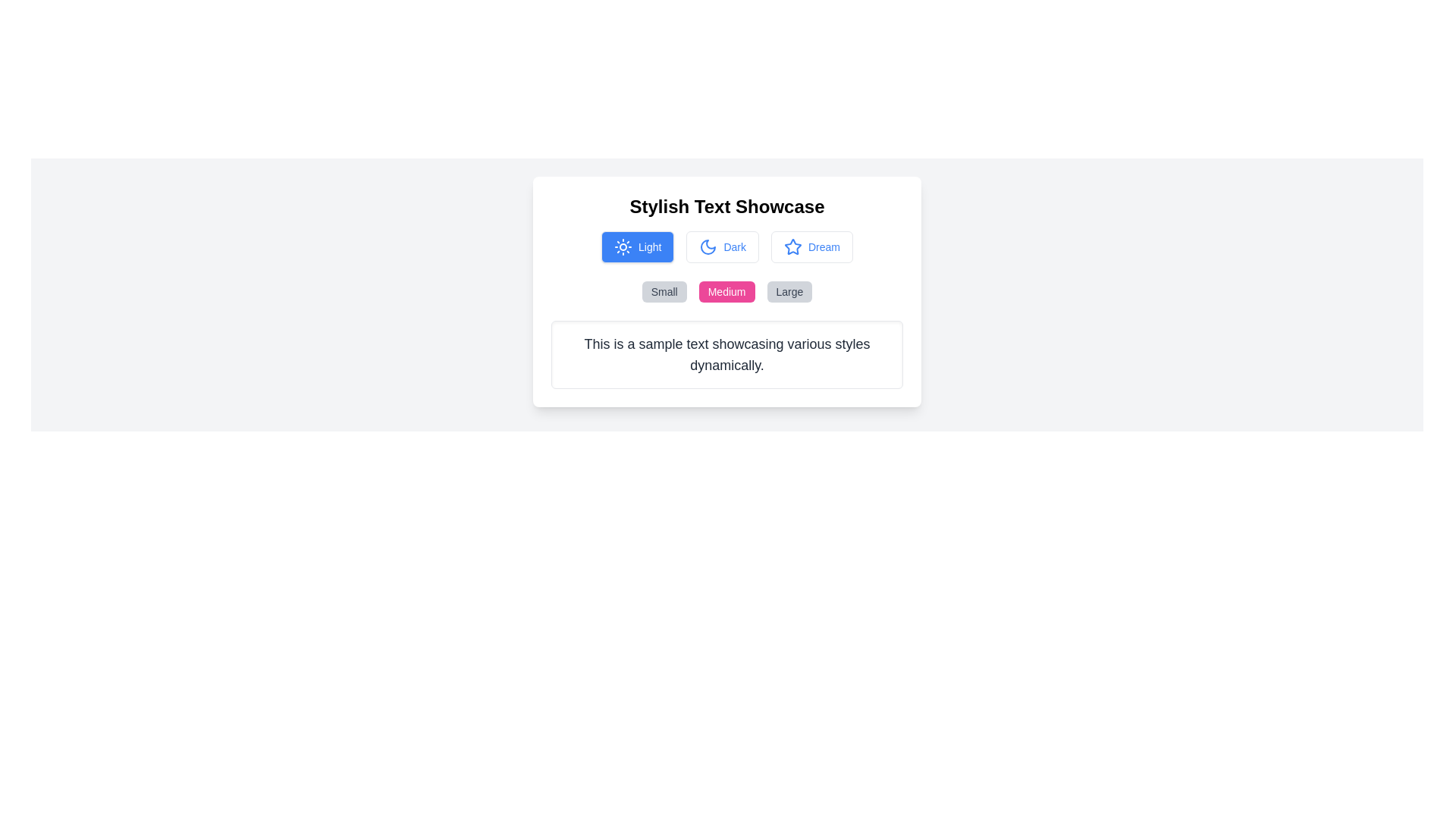  I want to click on the 'Dream' theme icon, which is located to the left of the text 'Dream' in the third button of the theme options, so click(792, 246).